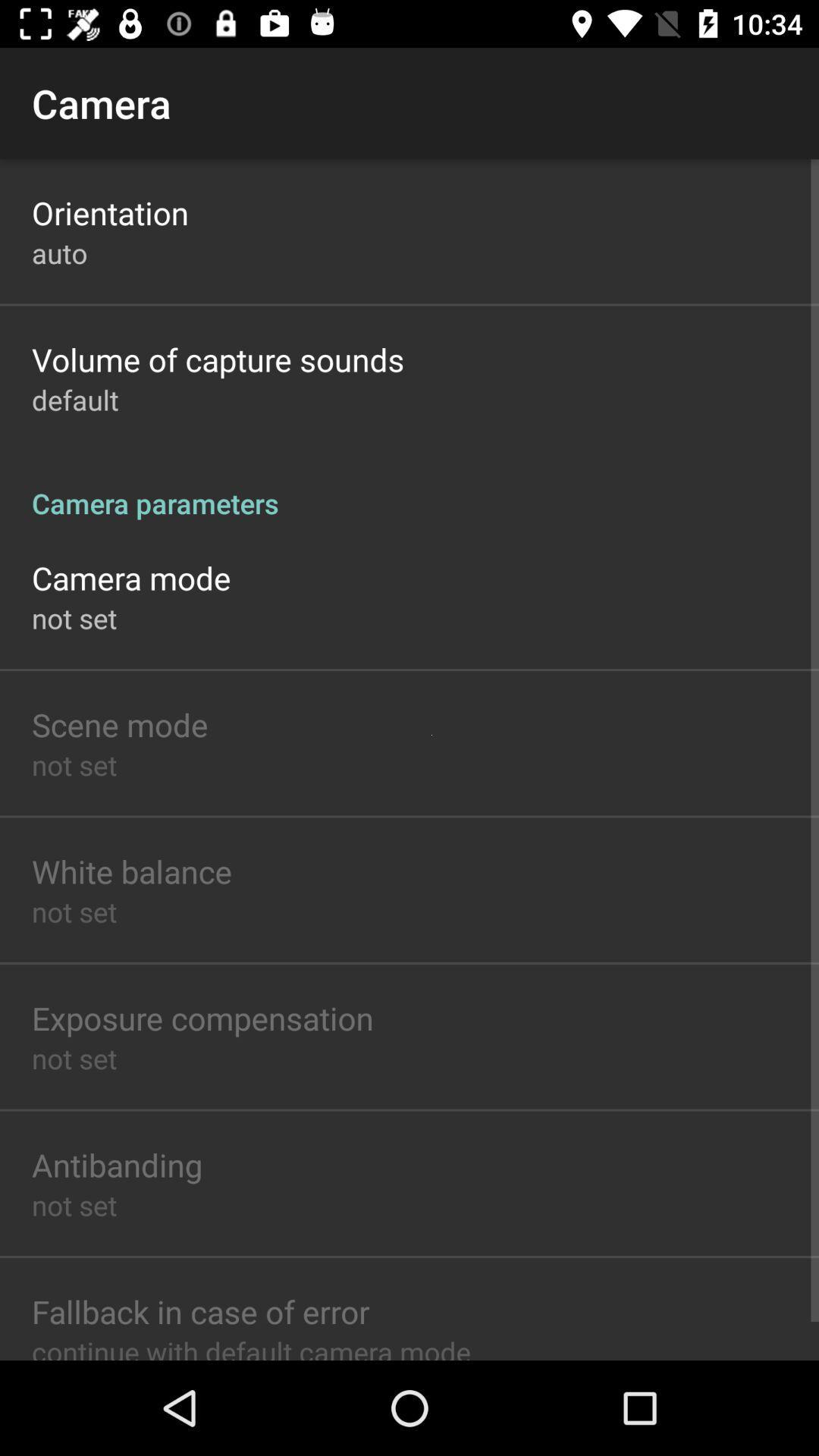 The height and width of the screenshot is (1456, 819). I want to click on the scene mode, so click(119, 723).